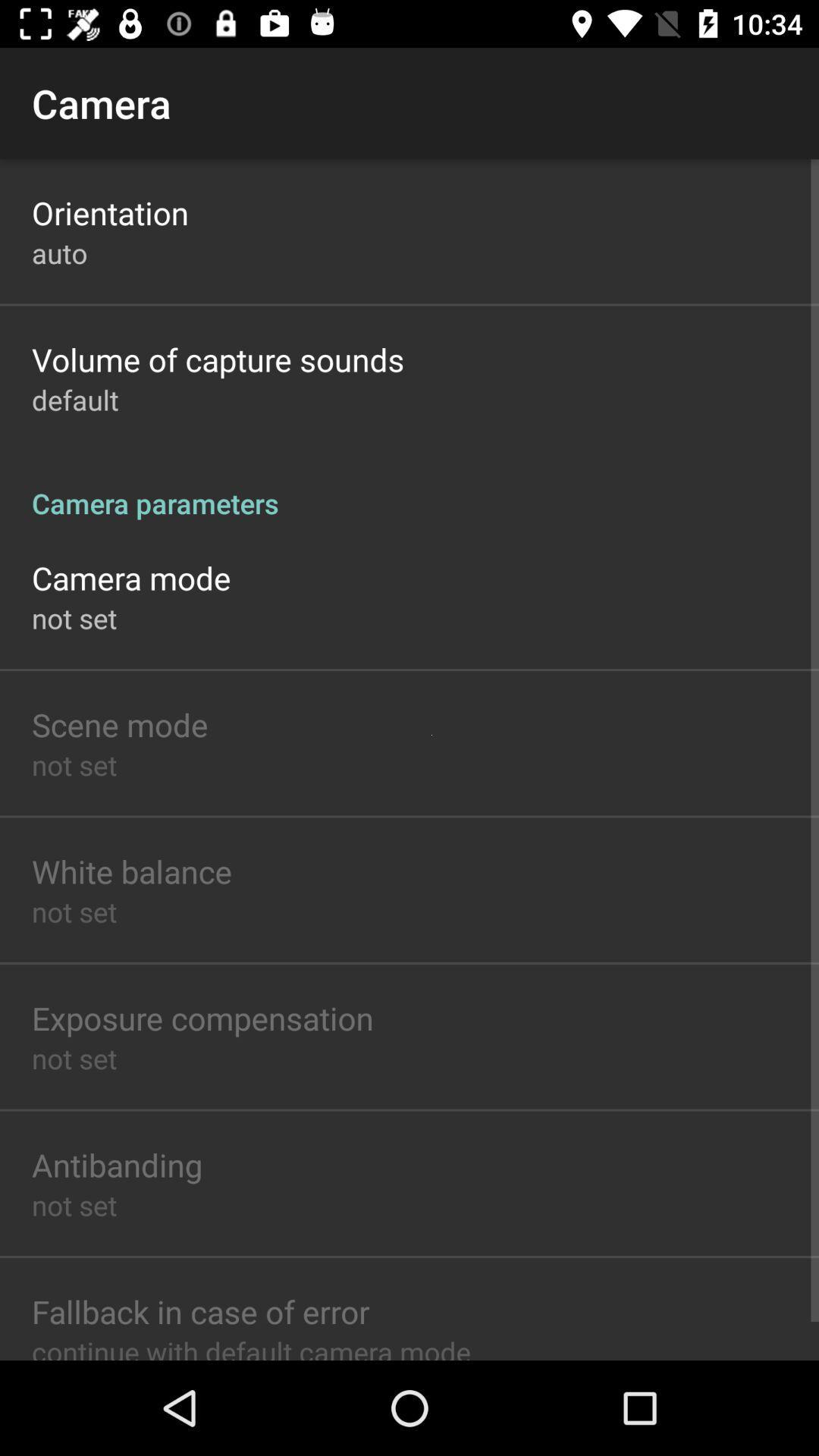 The height and width of the screenshot is (1456, 819). I want to click on the scene mode, so click(119, 723).